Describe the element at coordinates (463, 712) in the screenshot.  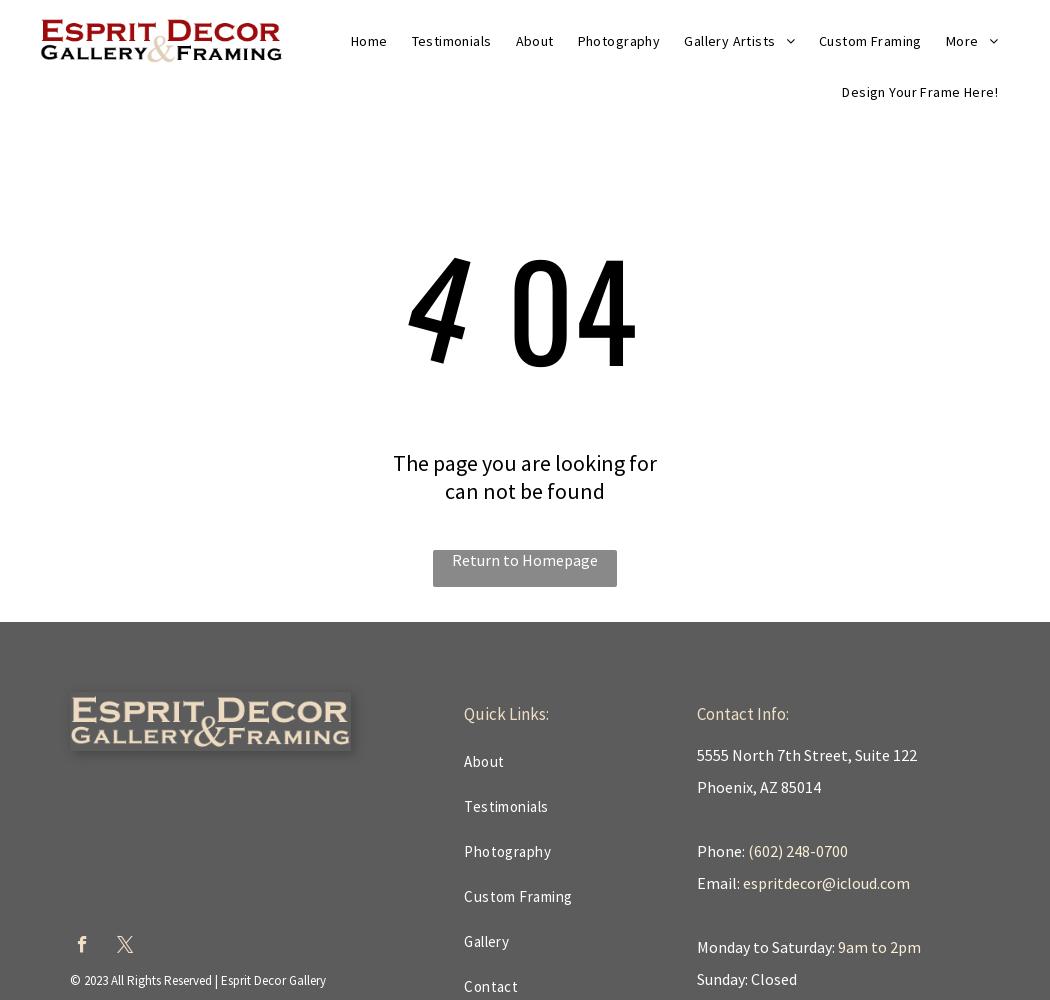
I see `'Quick Links:'` at that location.